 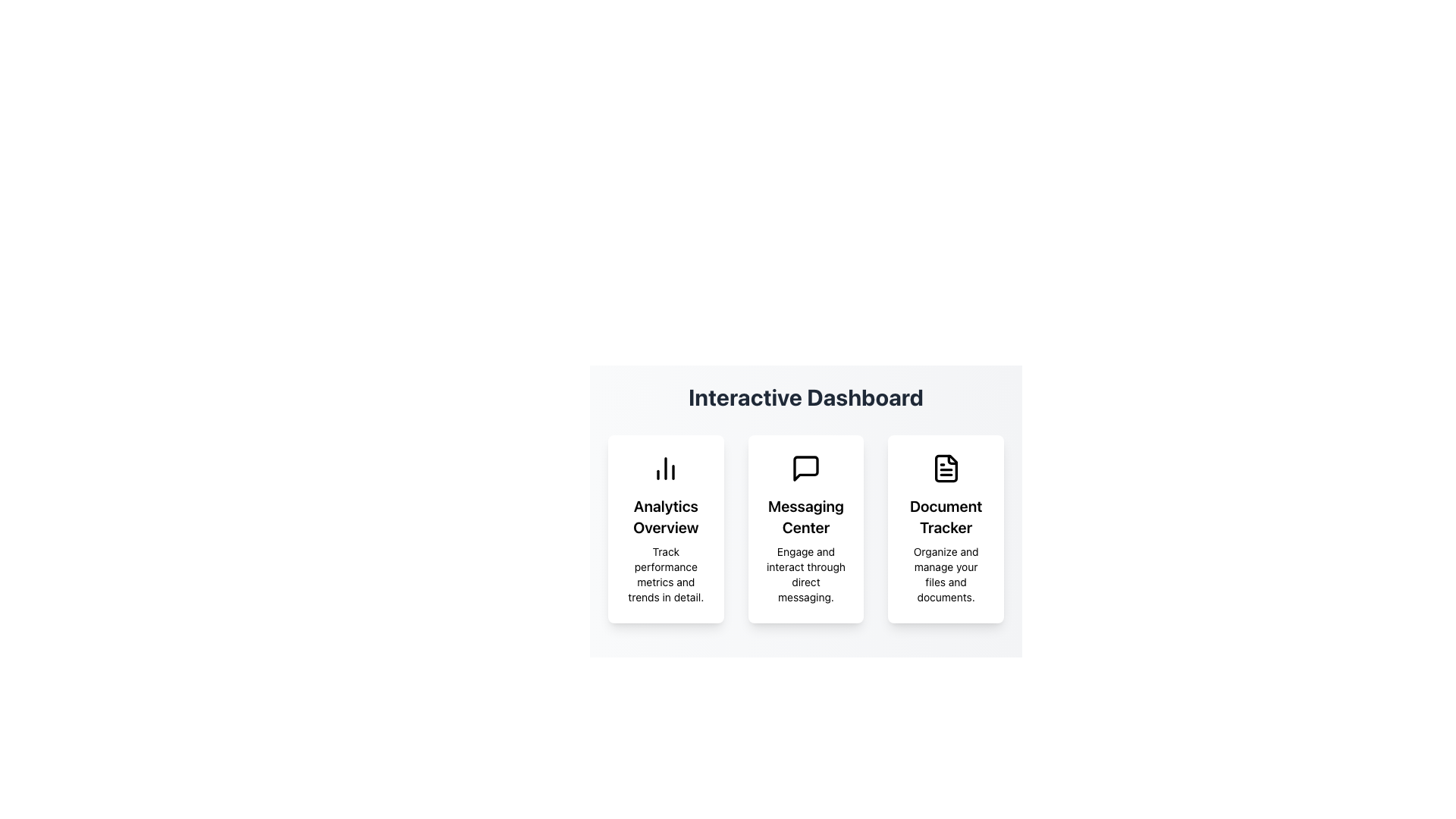 What do you see at coordinates (945, 575) in the screenshot?
I see `text block containing 'Organize and manage your files and documents.' which is styled in black color and located in the 'Document Tracker' section, below the title 'Document Tracker'` at bounding box center [945, 575].